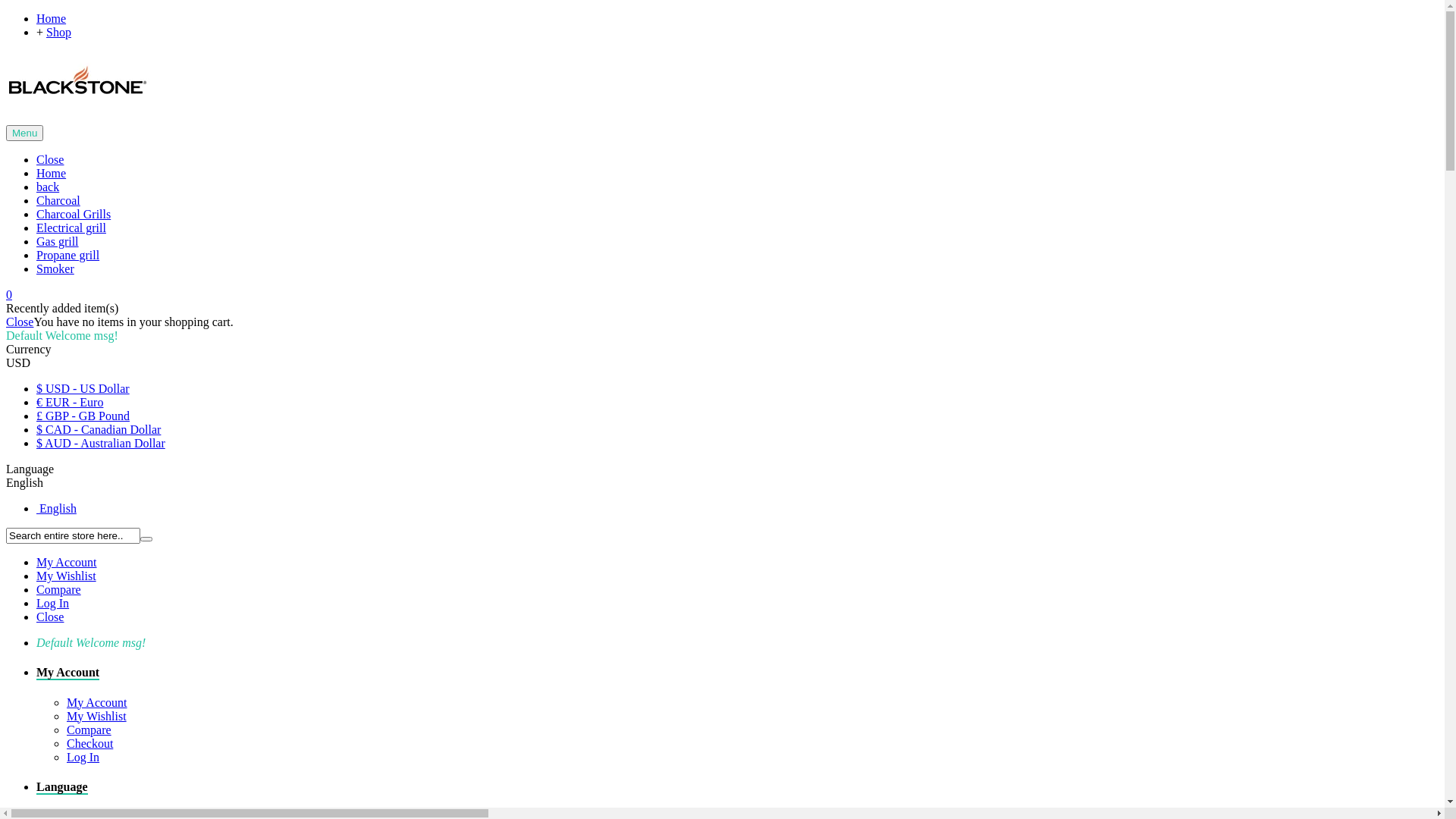  Describe the element at coordinates (58, 199) in the screenshot. I see `'Charcoal'` at that location.